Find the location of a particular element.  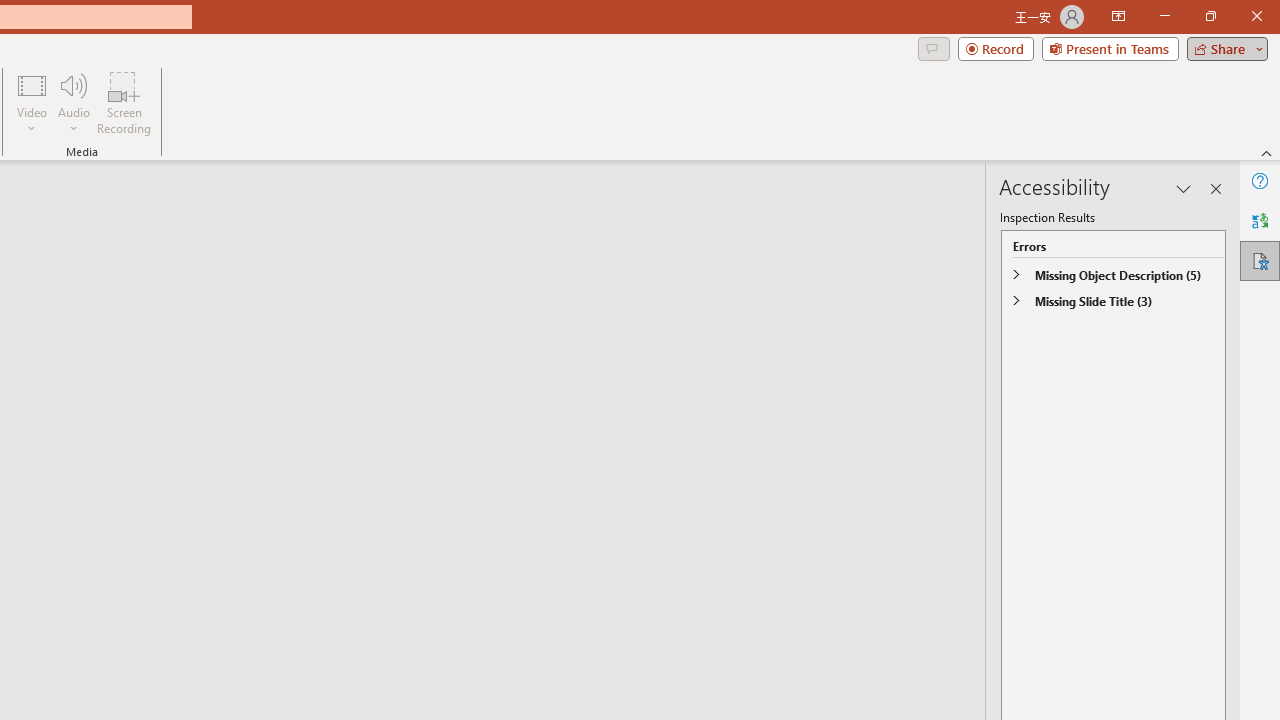

'Comments' is located at coordinates (932, 47).